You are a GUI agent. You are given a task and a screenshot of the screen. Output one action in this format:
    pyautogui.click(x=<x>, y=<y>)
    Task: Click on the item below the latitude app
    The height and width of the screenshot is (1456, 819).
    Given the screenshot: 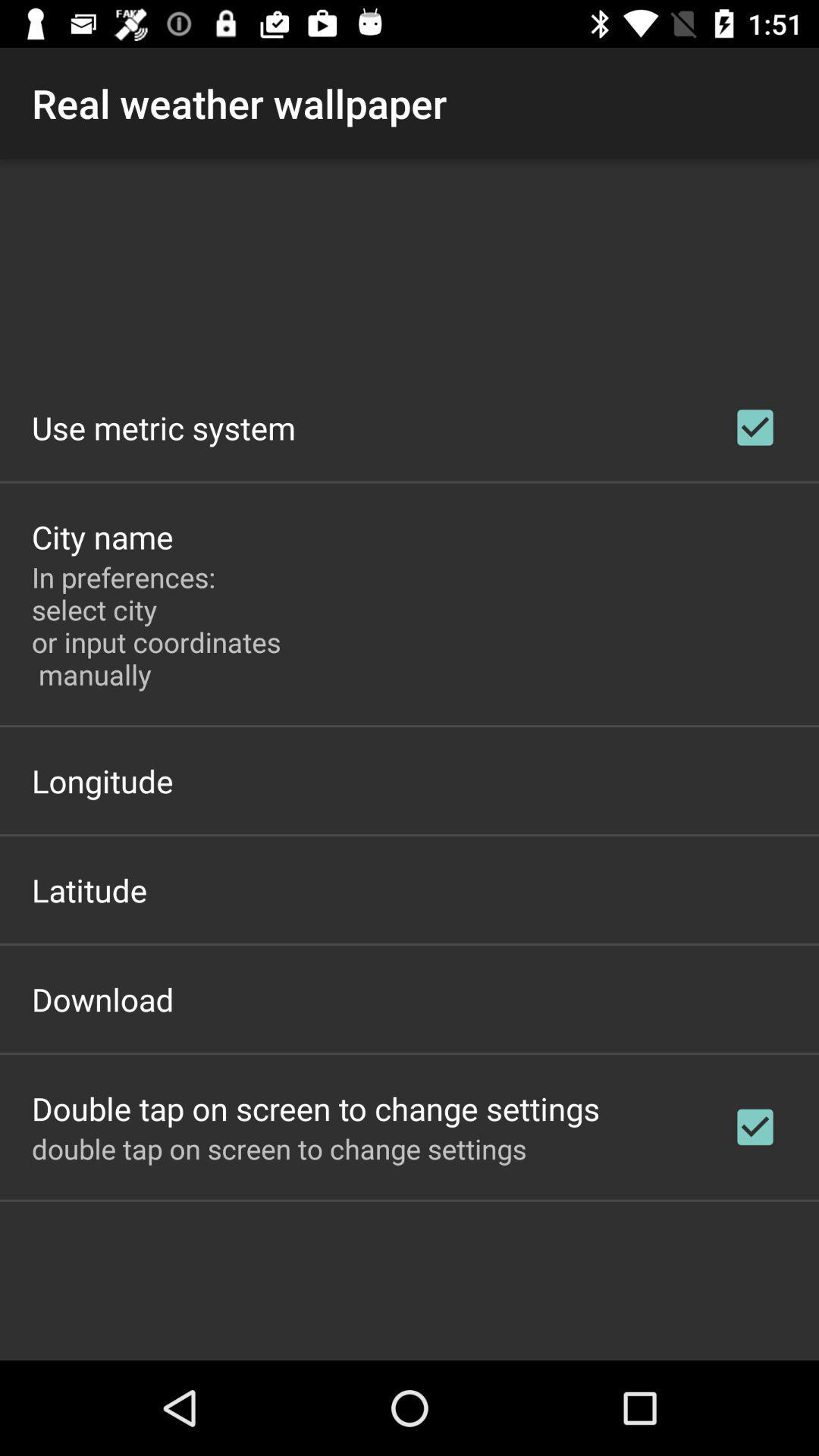 What is the action you would take?
    pyautogui.click(x=102, y=999)
    